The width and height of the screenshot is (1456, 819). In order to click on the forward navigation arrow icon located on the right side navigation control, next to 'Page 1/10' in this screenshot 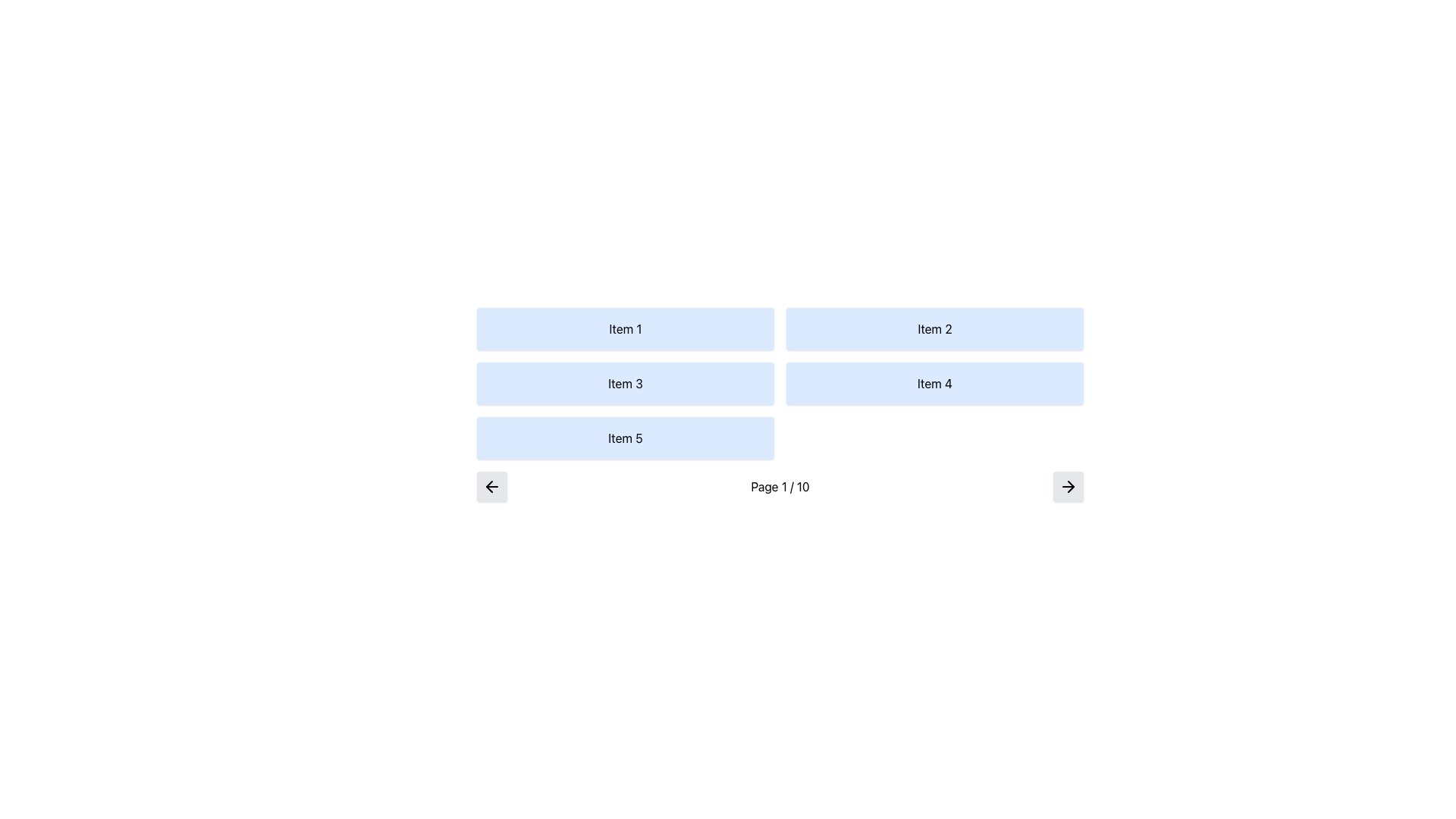, I will do `click(1070, 486)`.